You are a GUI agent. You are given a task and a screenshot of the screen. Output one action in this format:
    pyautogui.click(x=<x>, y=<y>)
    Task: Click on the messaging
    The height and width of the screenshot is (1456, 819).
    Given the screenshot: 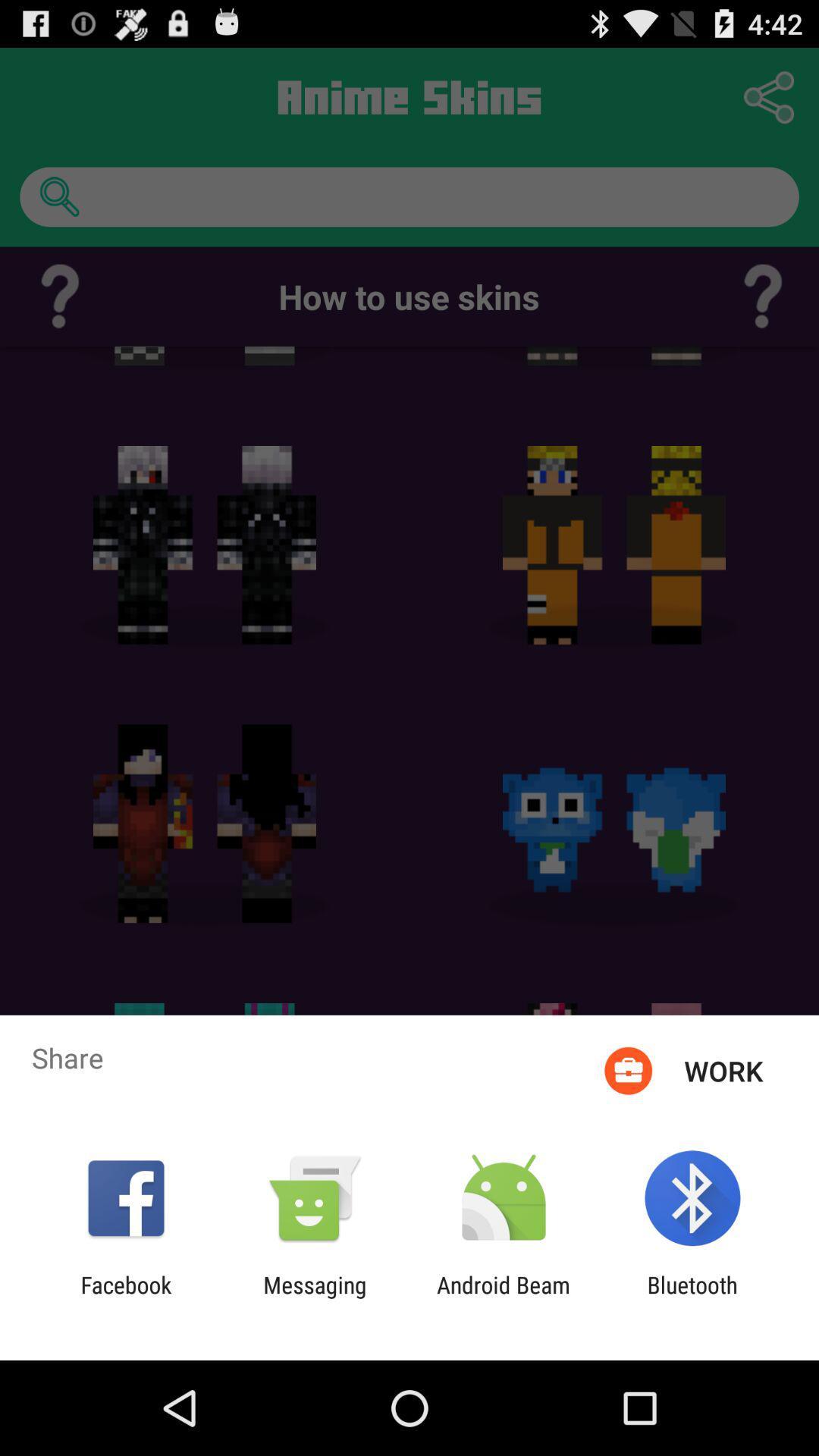 What is the action you would take?
    pyautogui.click(x=314, y=1298)
    